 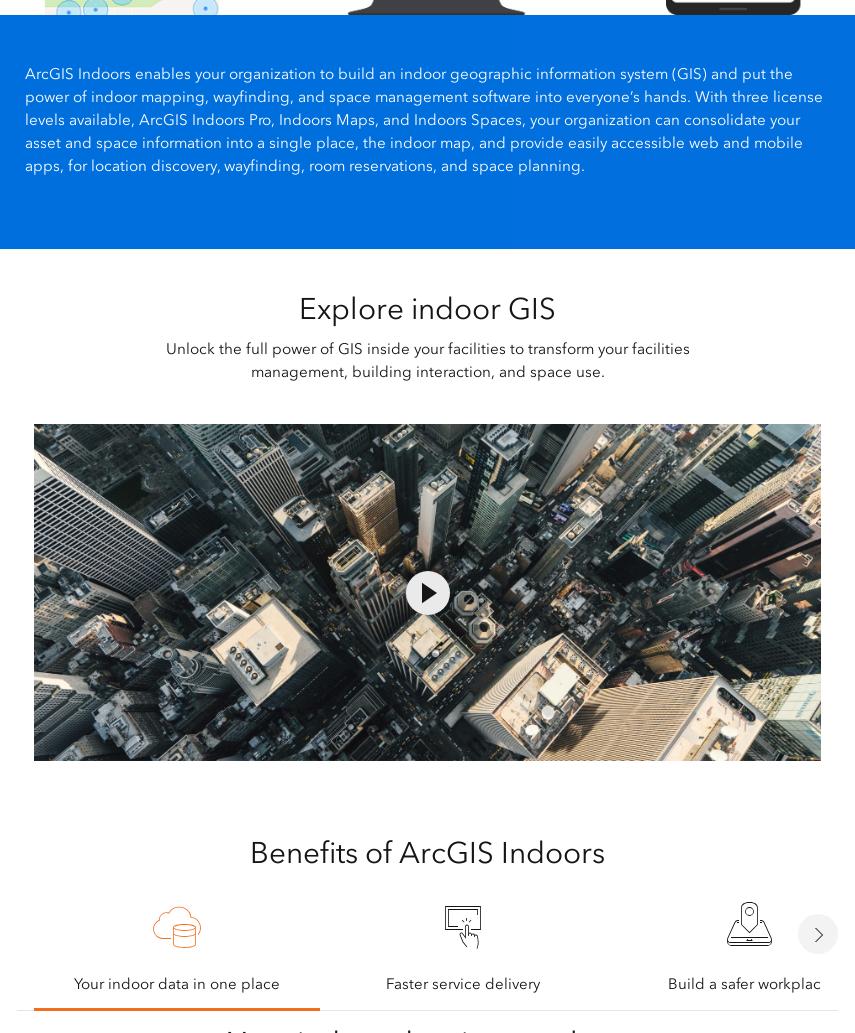 I want to click on 'Code of Business Conduct', so click(x=20, y=781).